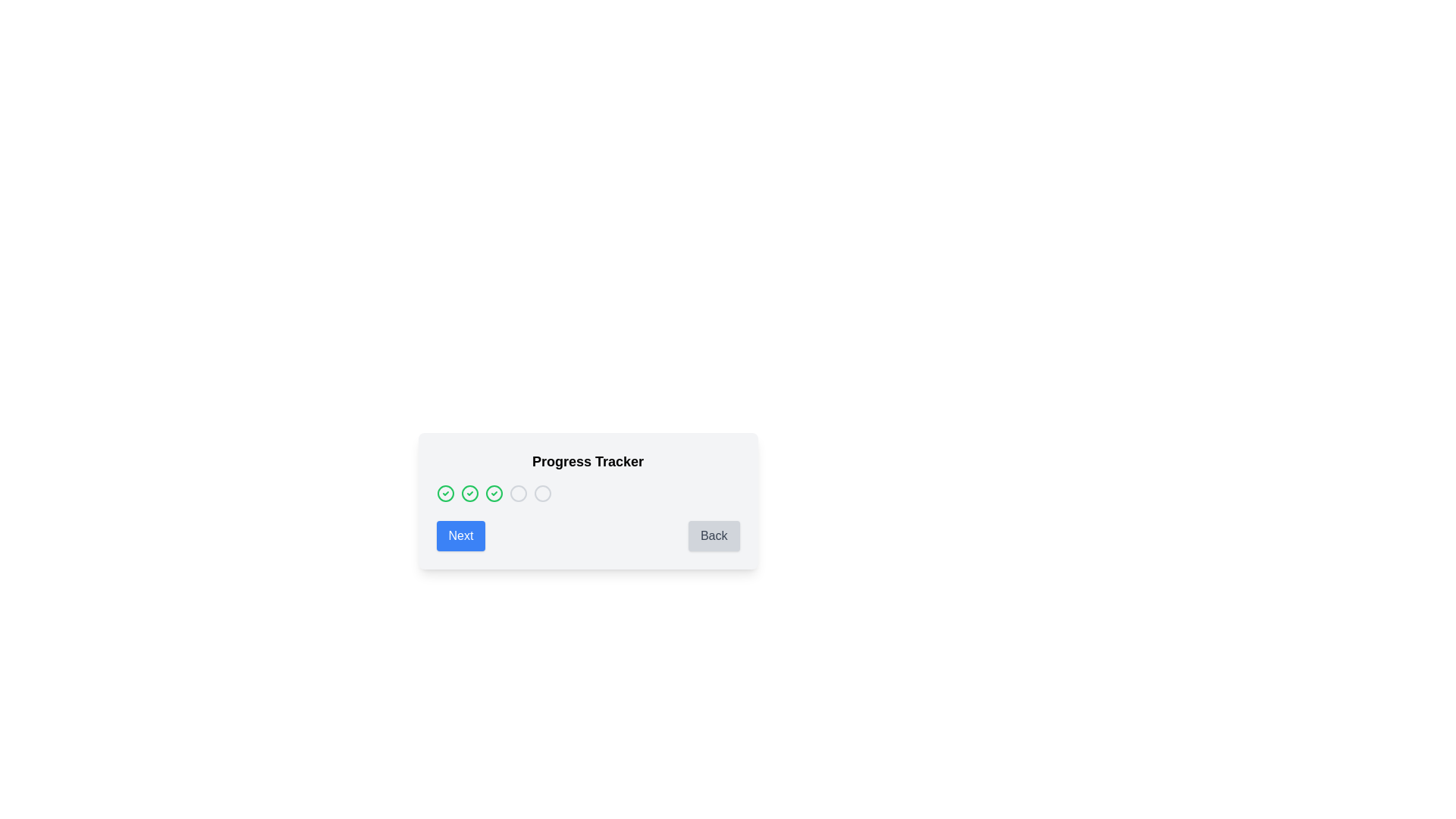 The width and height of the screenshot is (1456, 819). Describe the element at coordinates (469, 494) in the screenshot. I see `the circular icon with a green border and a smaller green checkmark icon, which serves as a status indicator in the progress tracker interface` at that location.